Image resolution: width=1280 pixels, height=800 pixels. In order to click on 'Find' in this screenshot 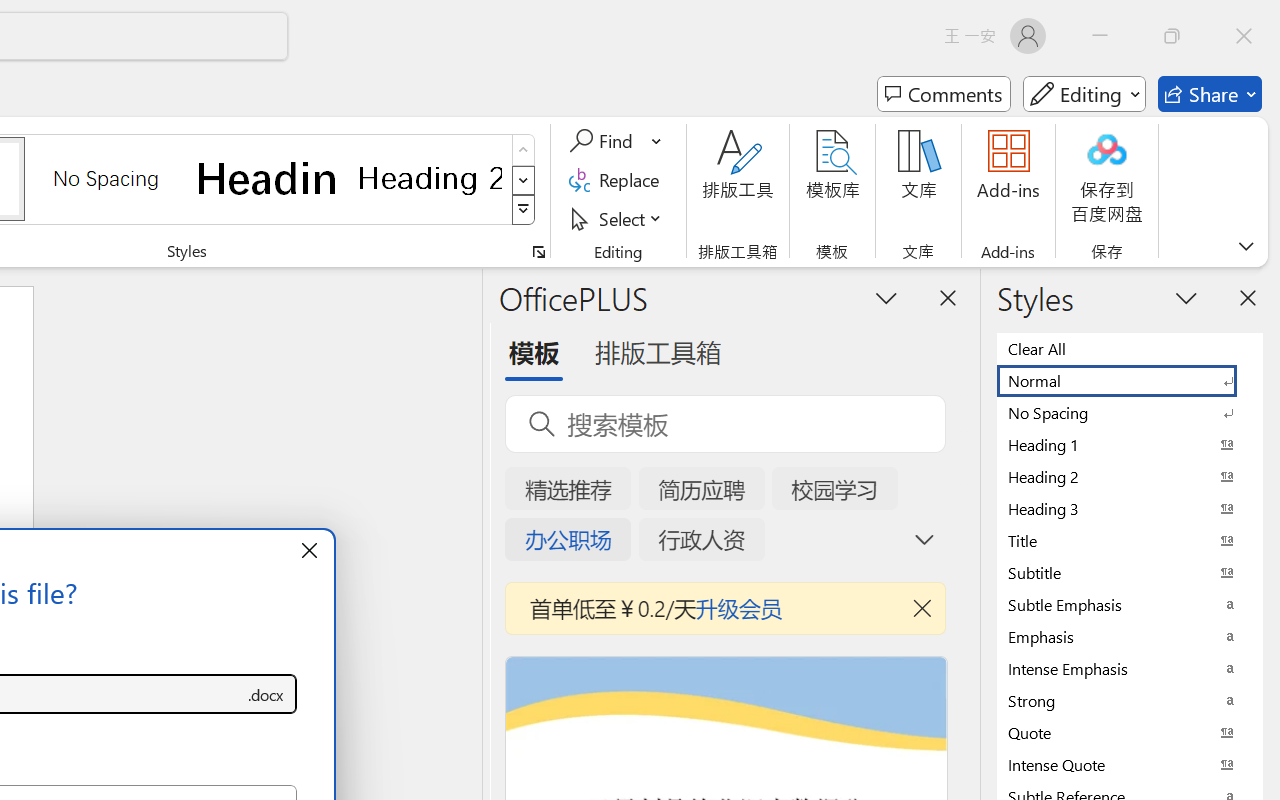, I will do `click(603, 141)`.